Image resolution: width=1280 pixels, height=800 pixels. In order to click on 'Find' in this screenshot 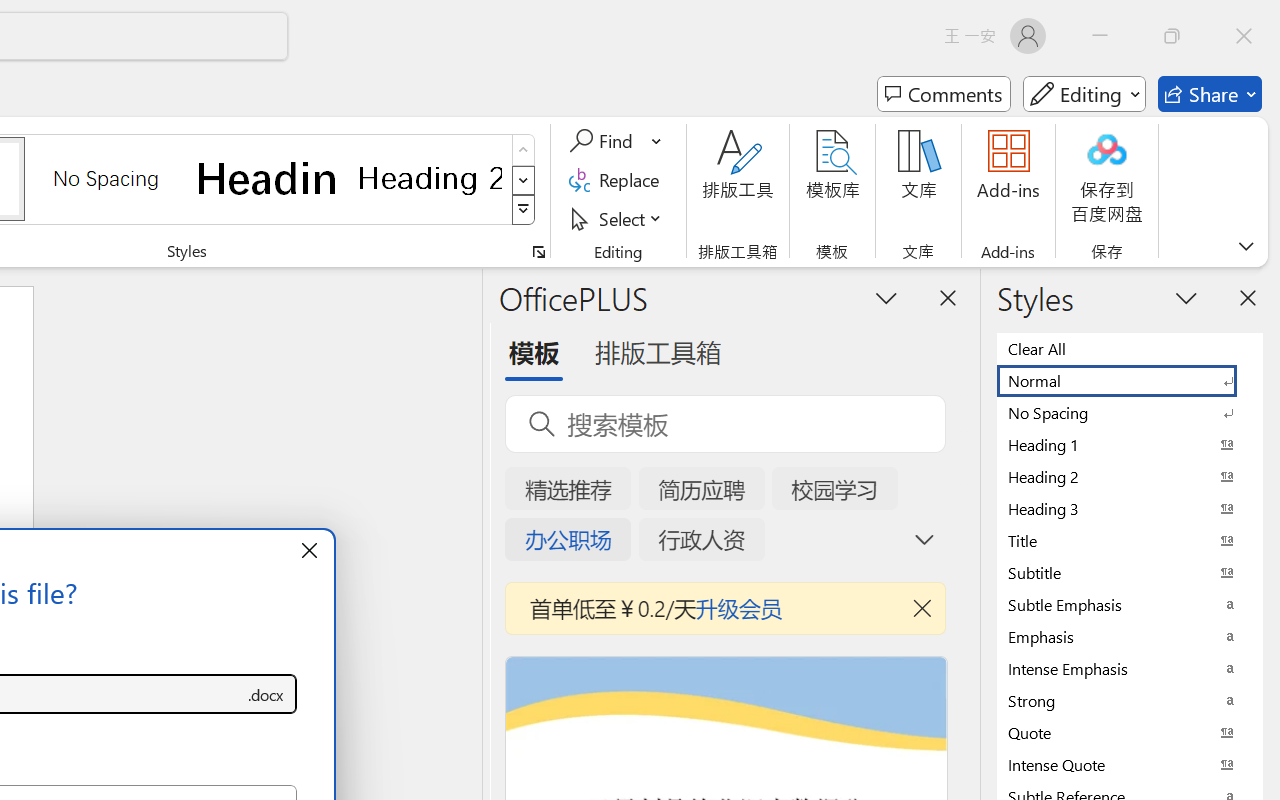, I will do `click(603, 141)`.